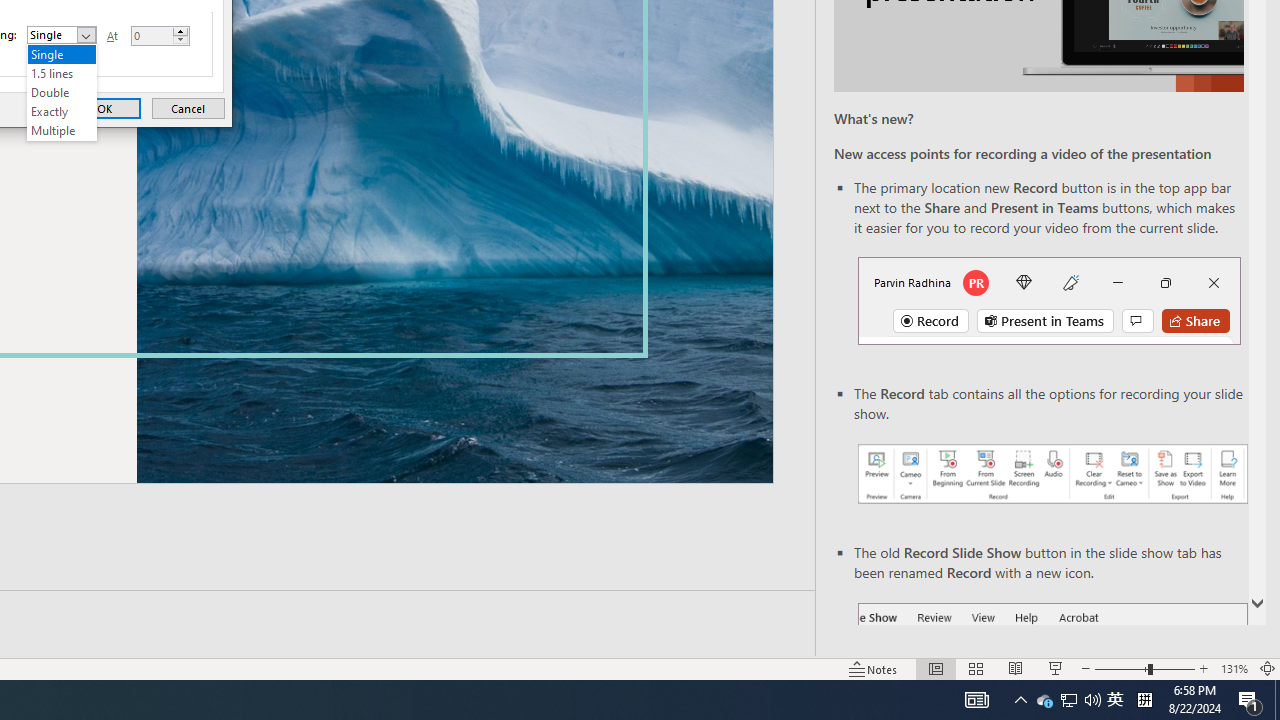 The height and width of the screenshot is (720, 1280). What do you see at coordinates (150, 36) in the screenshot?
I see `'At'` at bounding box center [150, 36].